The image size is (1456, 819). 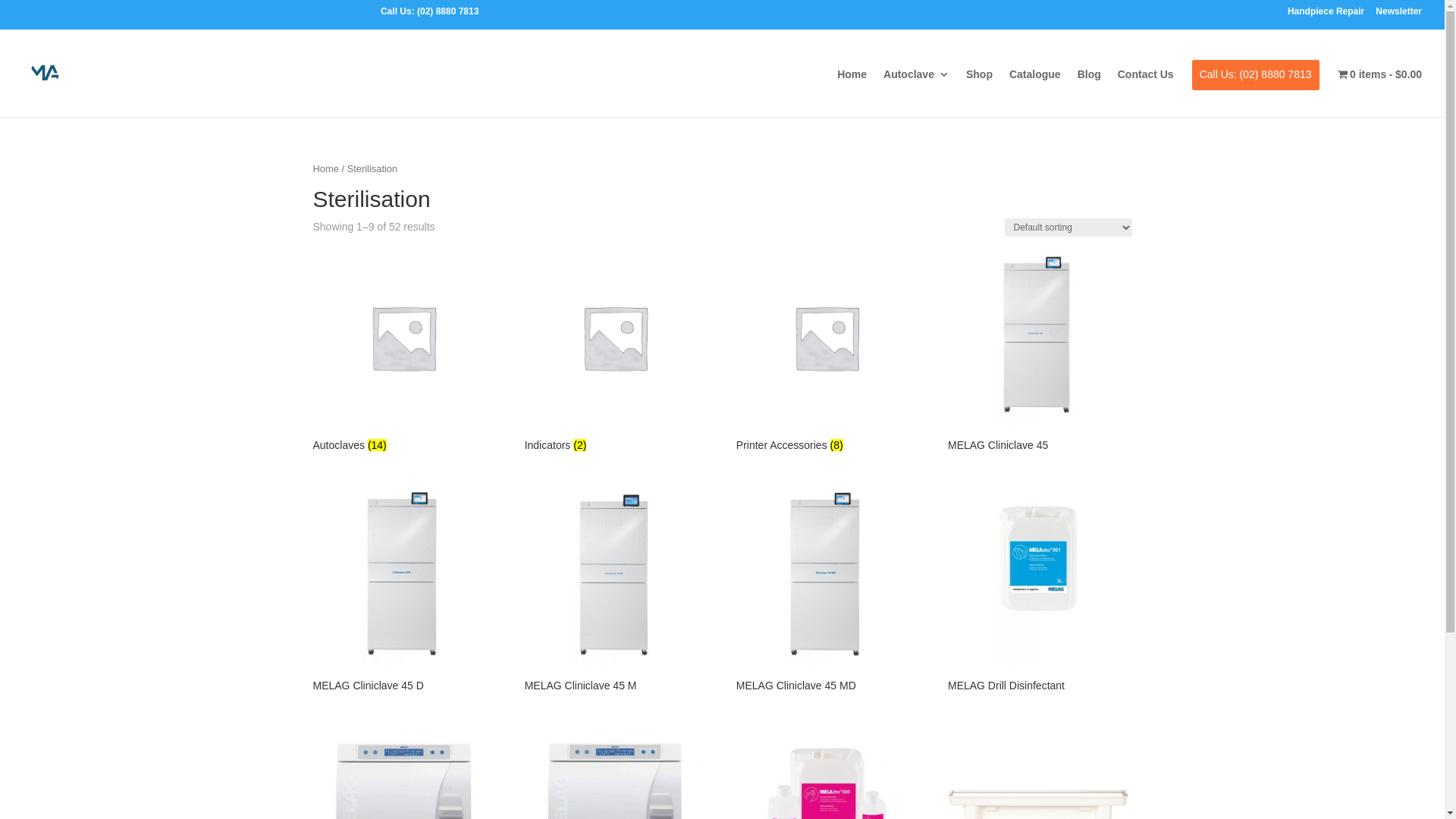 What do you see at coordinates (1256, 85) in the screenshot?
I see `'Call Us: (02) 8880 7813'` at bounding box center [1256, 85].